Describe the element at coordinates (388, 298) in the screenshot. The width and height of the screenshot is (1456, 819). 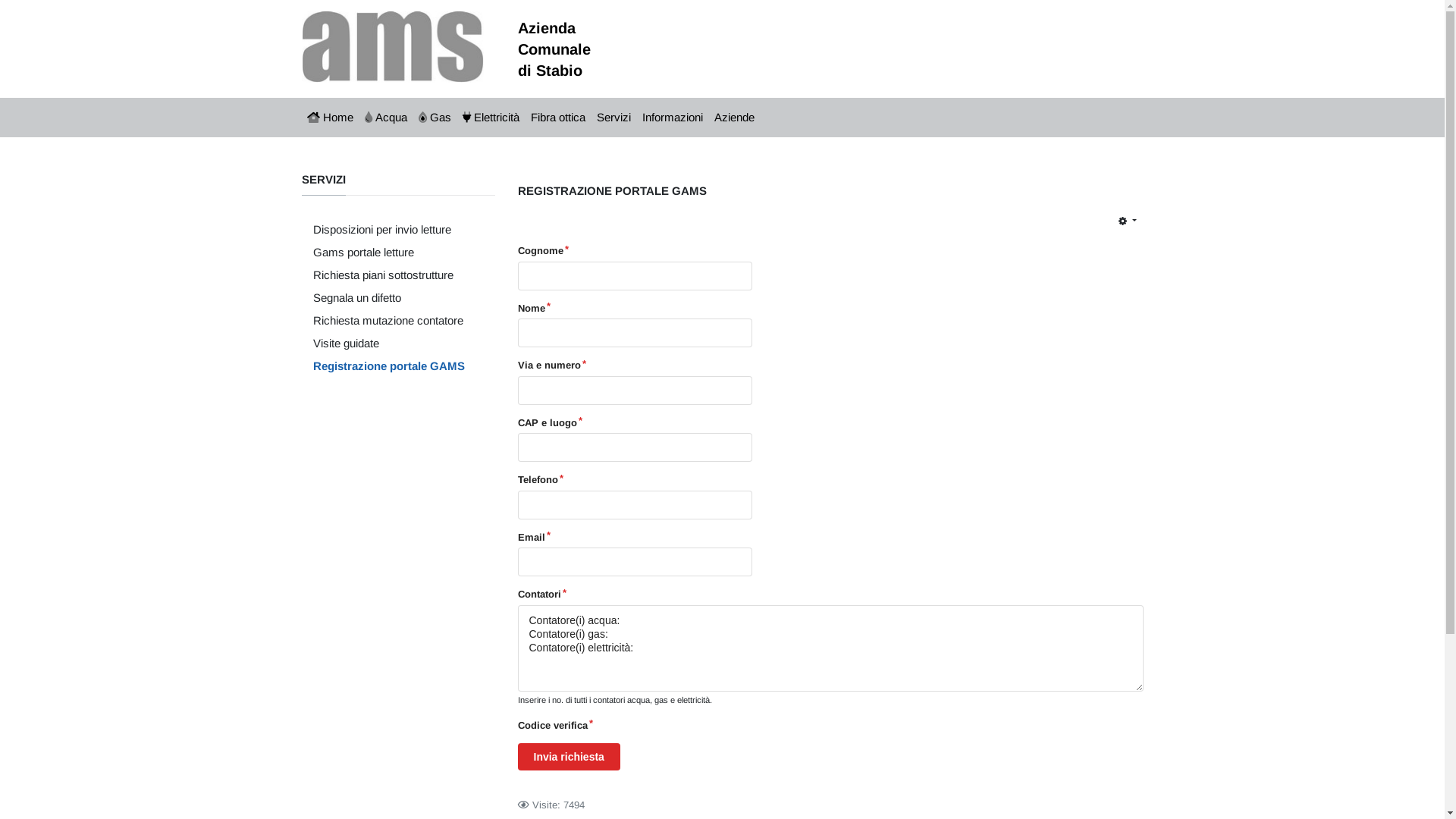
I see `'Segnala un difetto'` at that location.